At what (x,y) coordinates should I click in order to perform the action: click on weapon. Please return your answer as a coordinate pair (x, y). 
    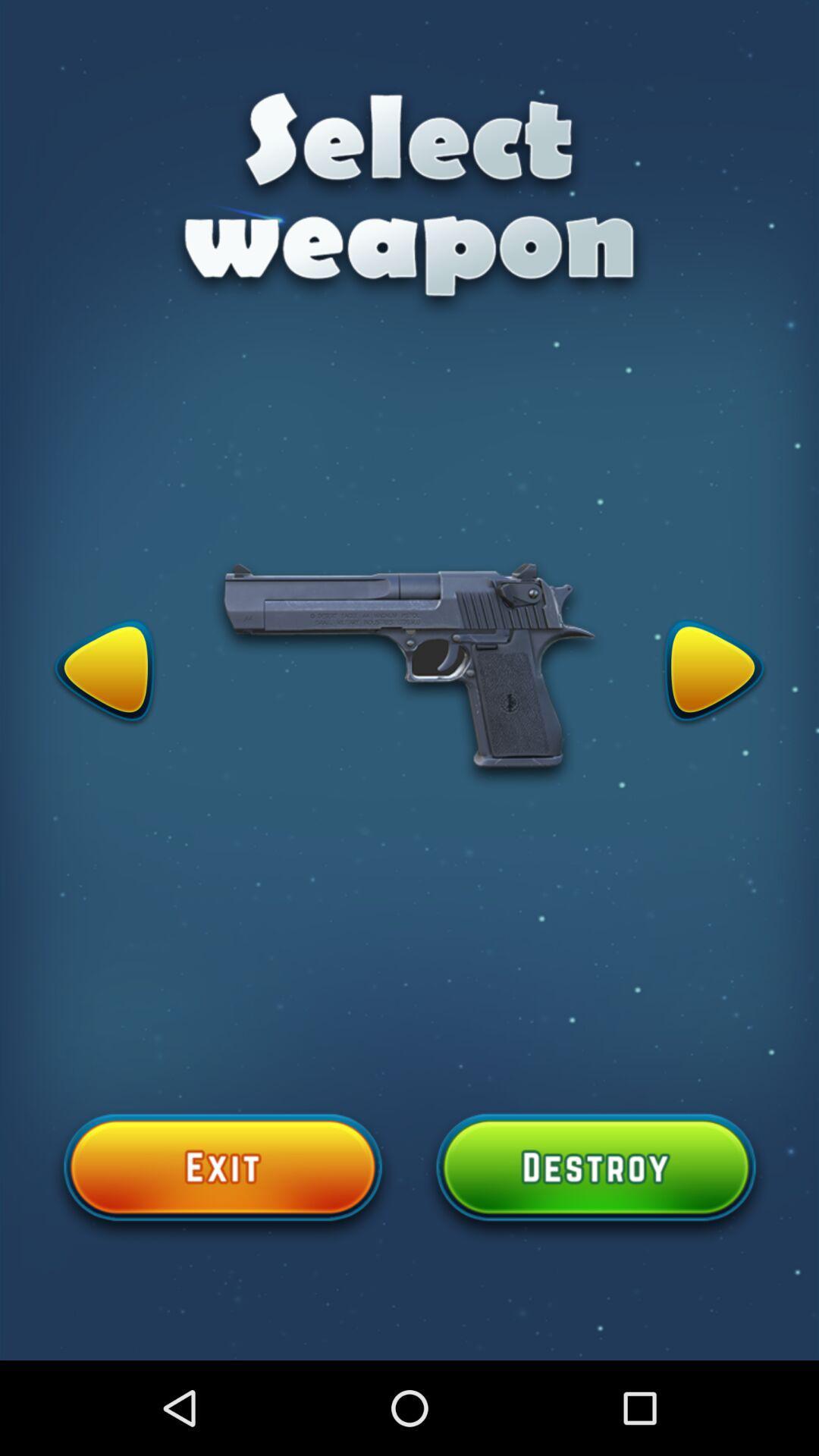
    Looking at the image, I should click on (104, 673).